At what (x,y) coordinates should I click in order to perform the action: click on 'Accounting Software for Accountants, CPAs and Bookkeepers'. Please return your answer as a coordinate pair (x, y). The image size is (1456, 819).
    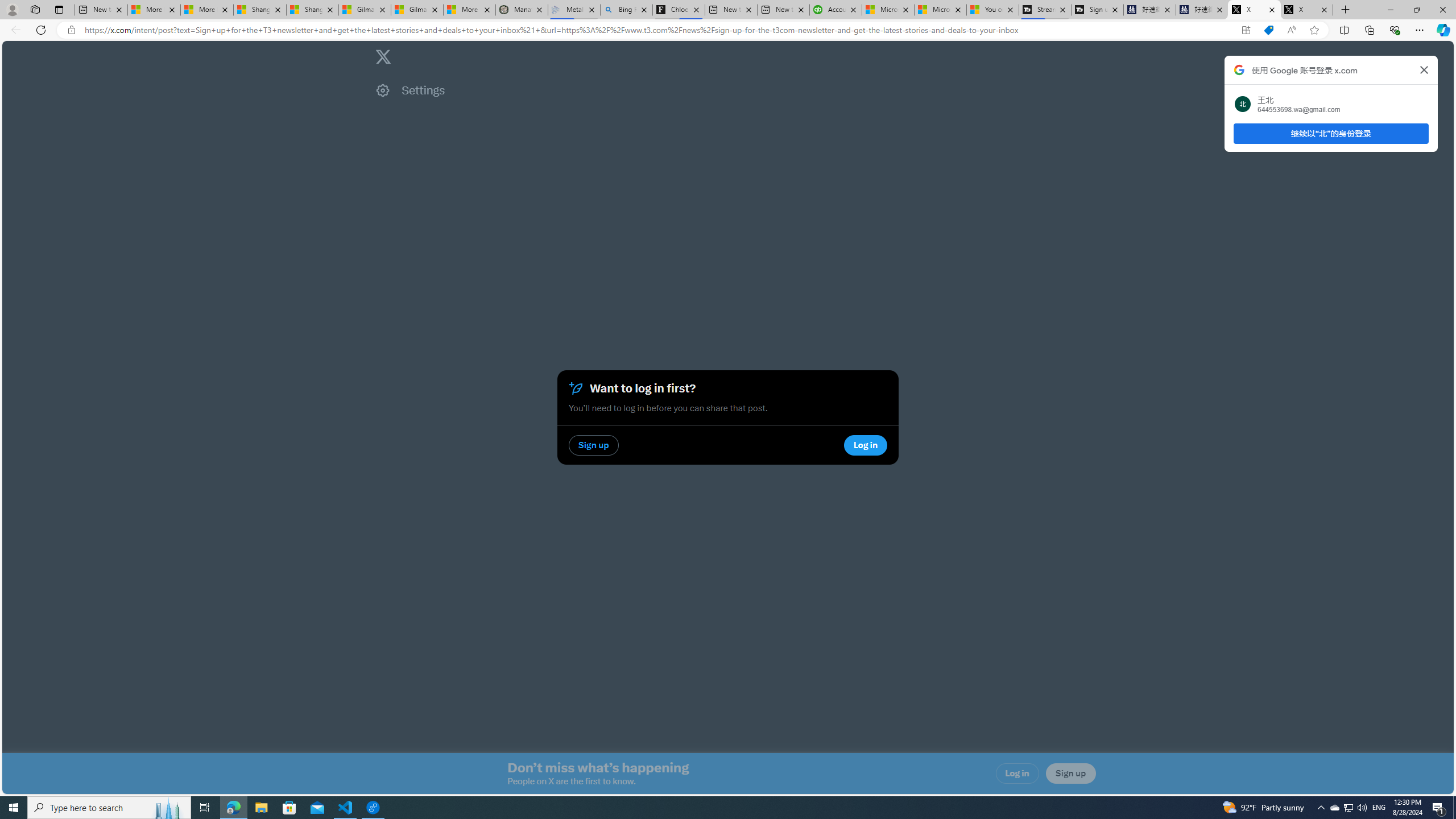
    Looking at the image, I should click on (835, 9).